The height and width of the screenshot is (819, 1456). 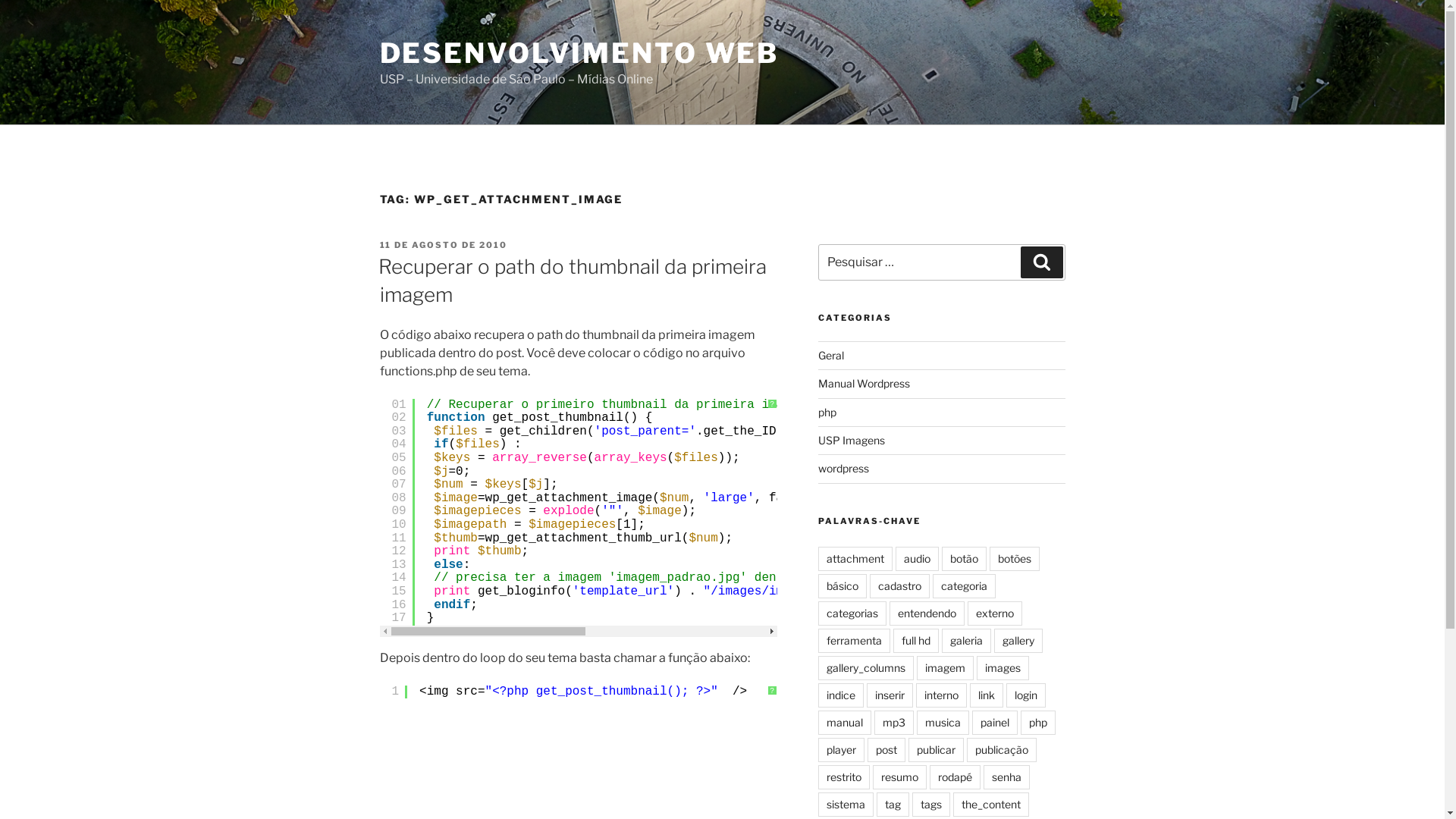 I want to click on 'publicar', so click(x=908, y=748).